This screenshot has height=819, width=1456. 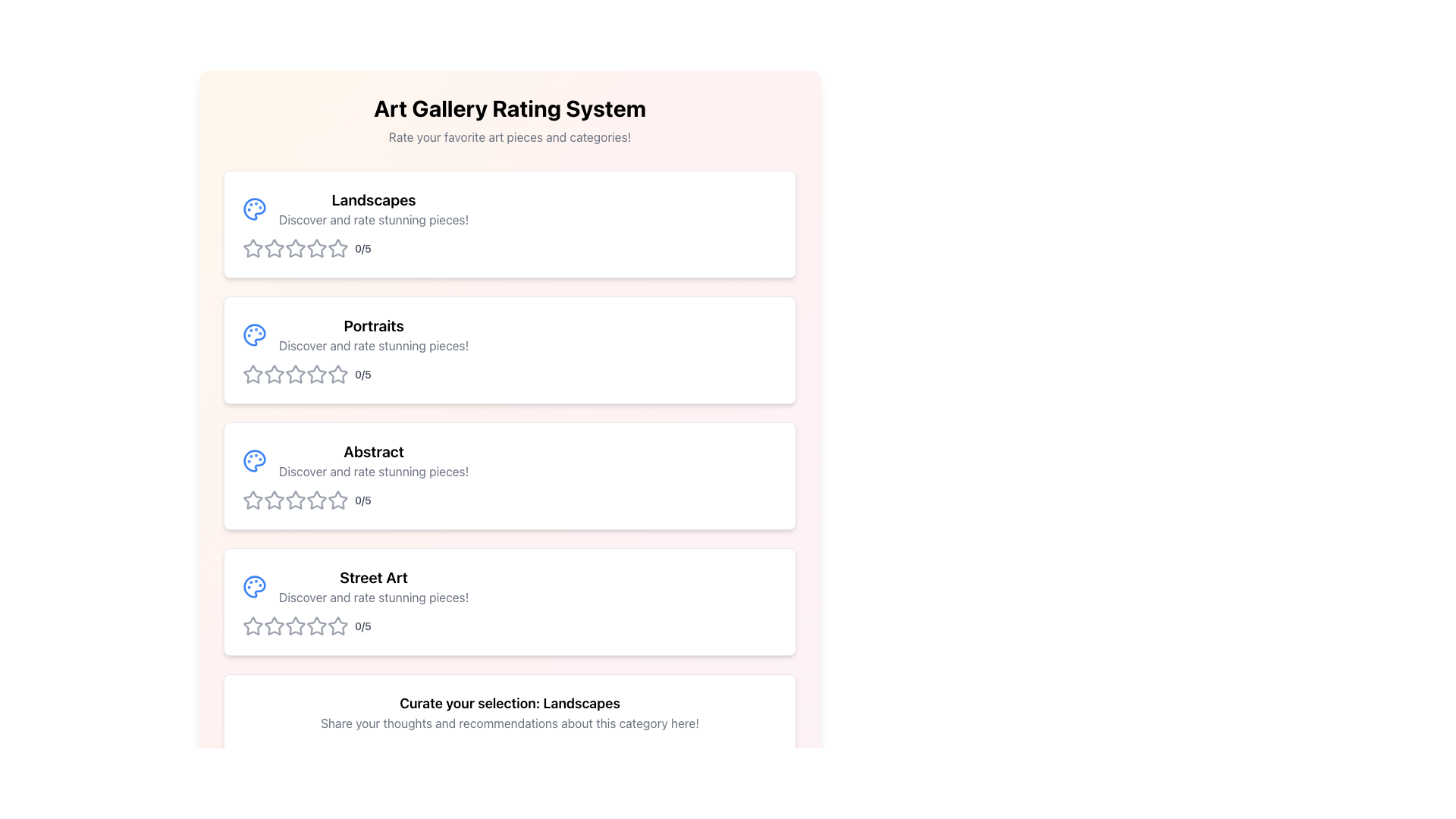 I want to click on the fourth star icon in the Landscapes rating section to rate, so click(x=295, y=247).